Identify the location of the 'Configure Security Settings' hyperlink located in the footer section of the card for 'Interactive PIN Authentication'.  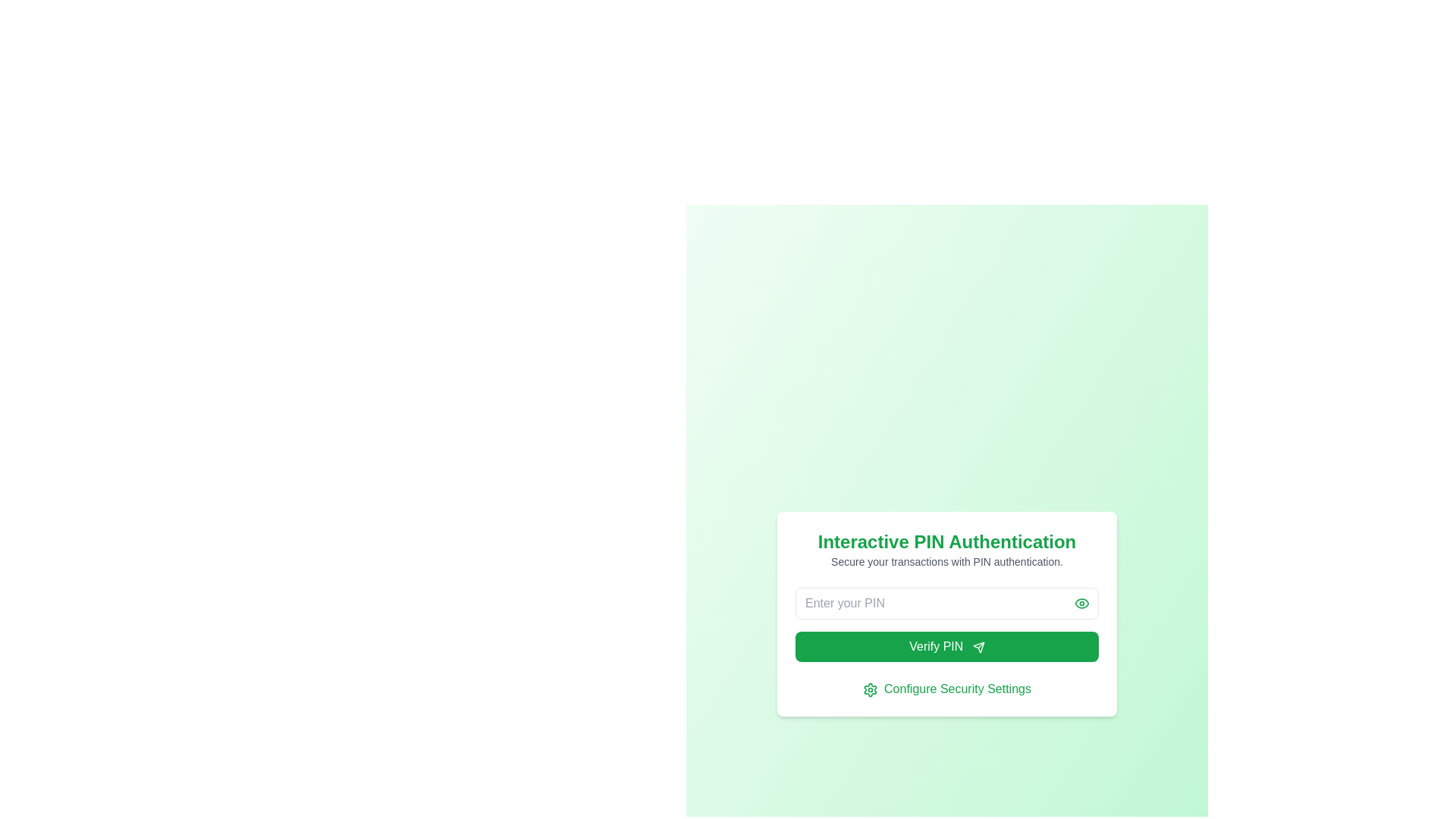
(956, 688).